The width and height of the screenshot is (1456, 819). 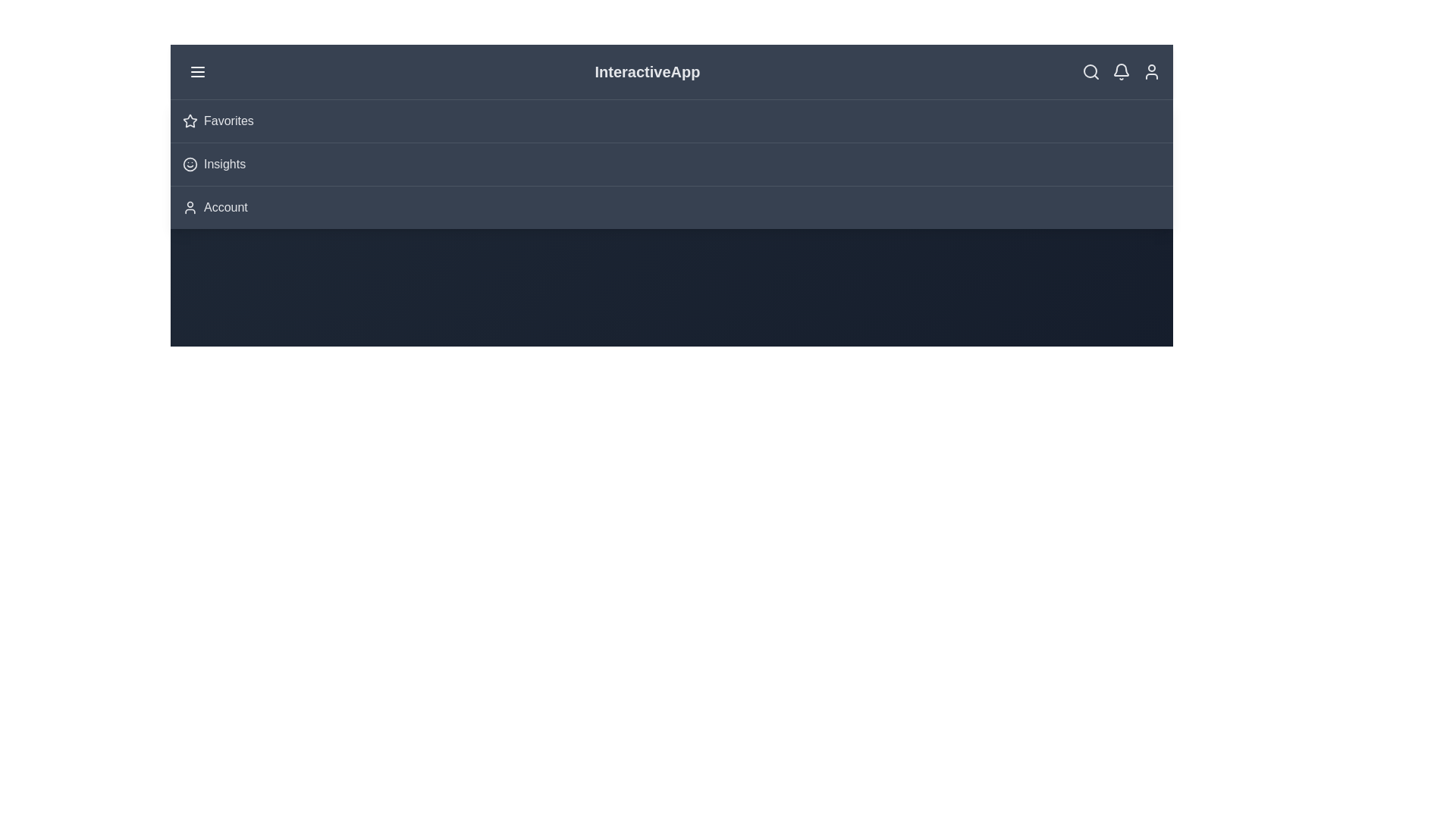 I want to click on the 'Account' option in the menu, so click(x=224, y=207).